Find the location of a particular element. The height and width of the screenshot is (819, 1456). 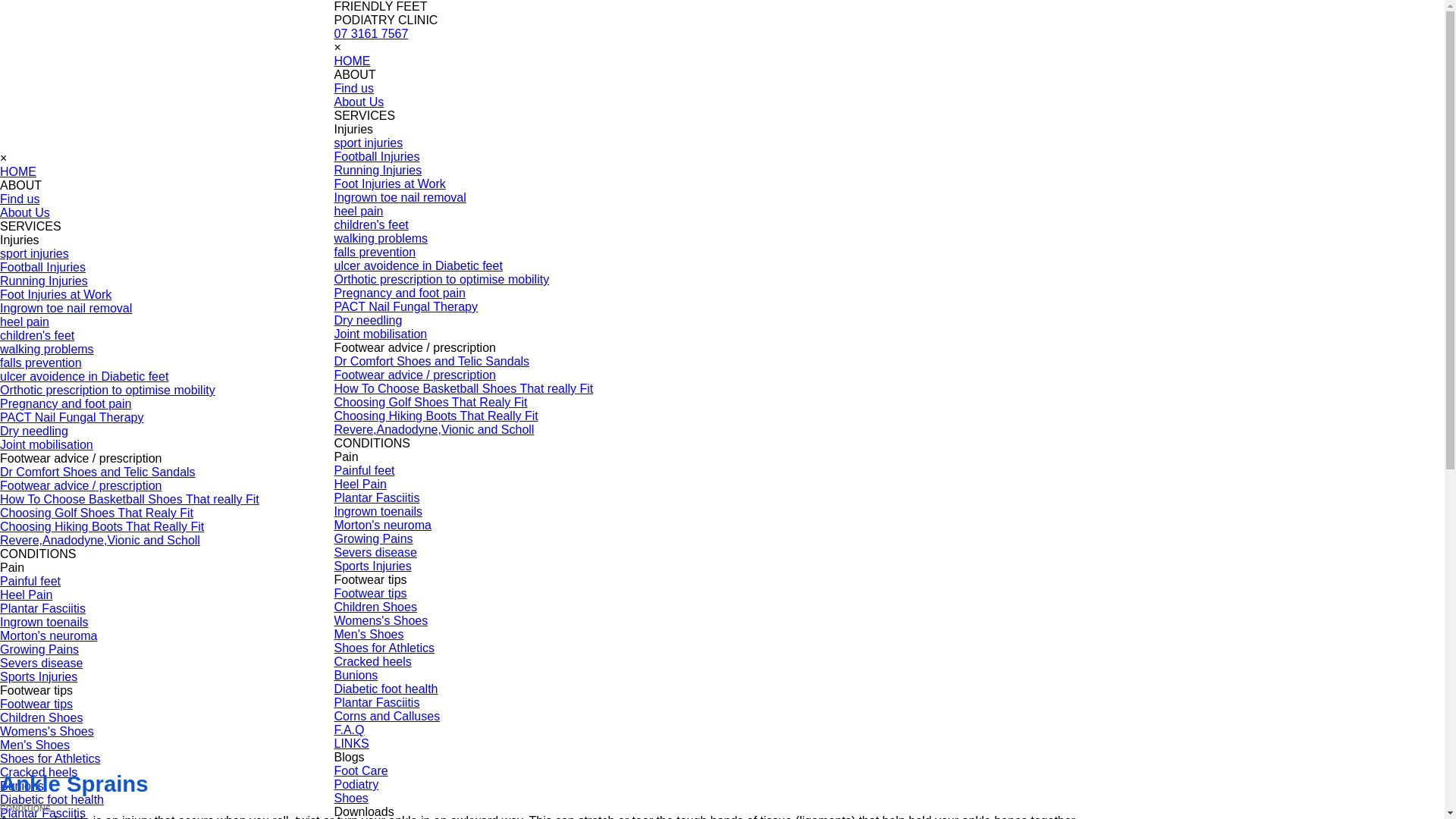

'Find us' is located at coordinates (19, 198).